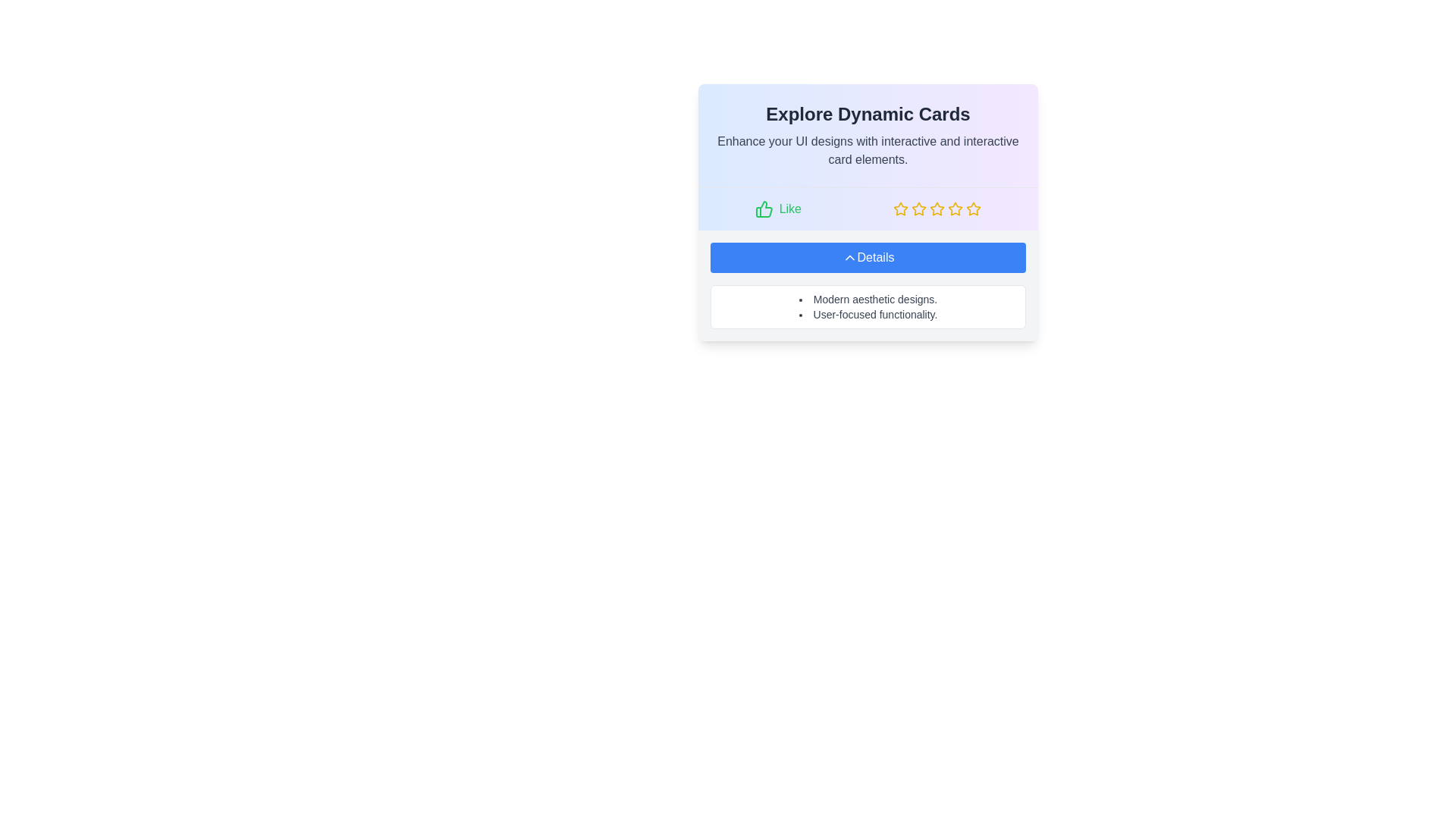  Describe the element at coordinates (868, 307) in the screenshot. I see `the Text block with bullet points that provides additional details about the features or characteristics of a product or service, located beneath the 'Details' button` at that location.